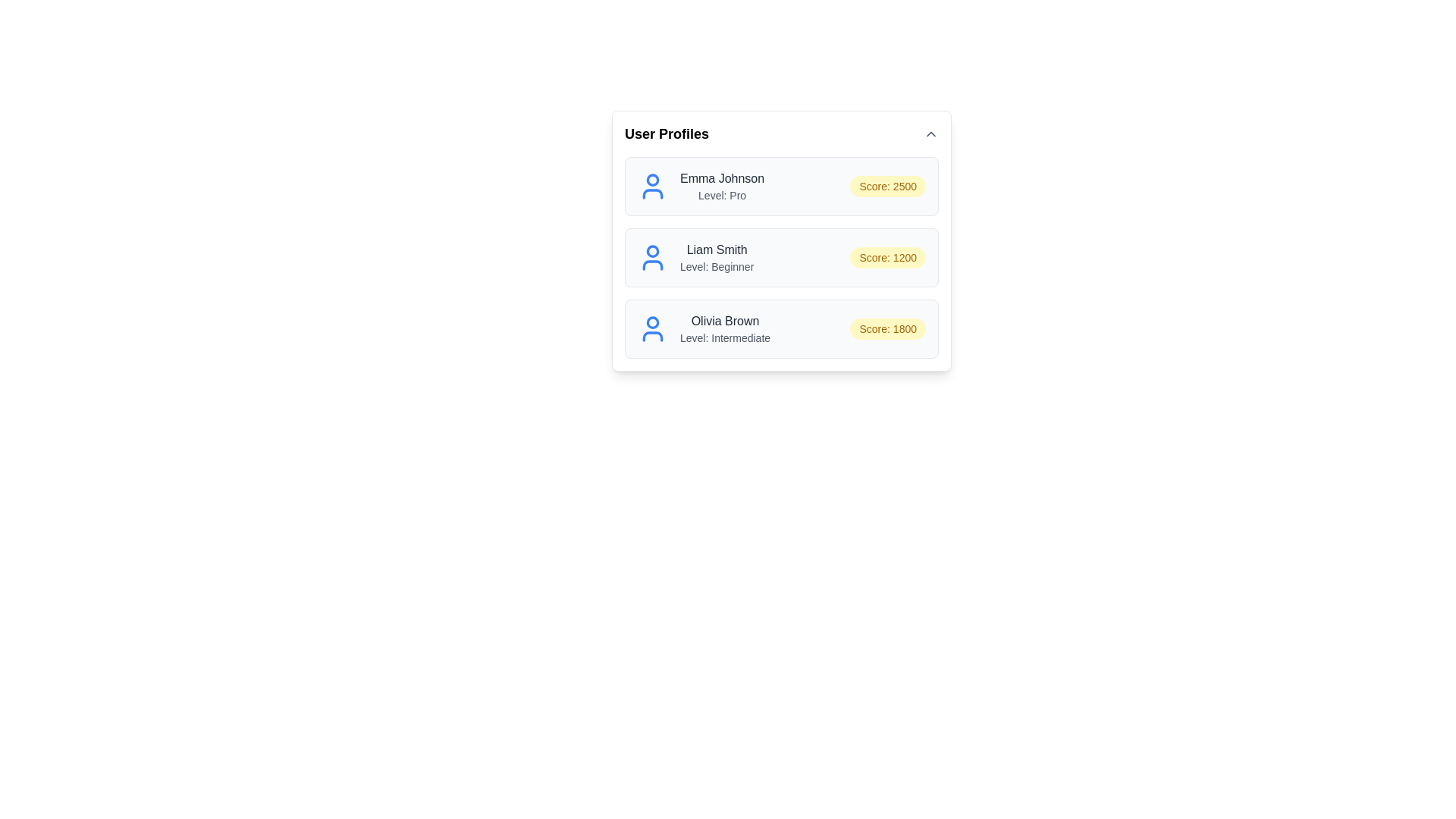 This screenshot has height=819, width=1456. I want to click on the profile information label displaying the user's name and skill level located in the second user profile card of the 'User Profiles' list, positioned right of the user icon avatar and above the score badge, so click(716, 256).